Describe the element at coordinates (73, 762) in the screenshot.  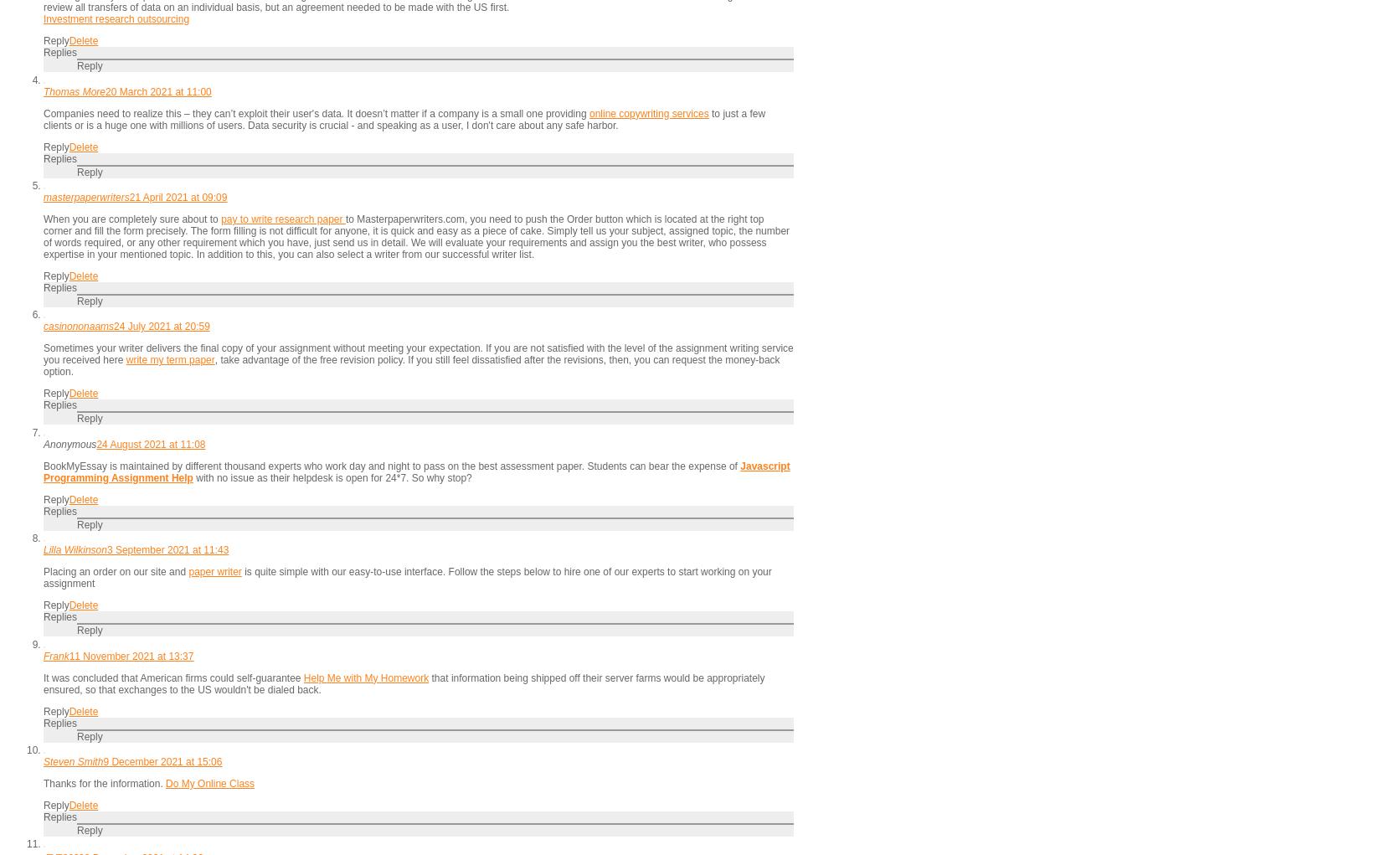
I see `'Steven Smith'` at that location.